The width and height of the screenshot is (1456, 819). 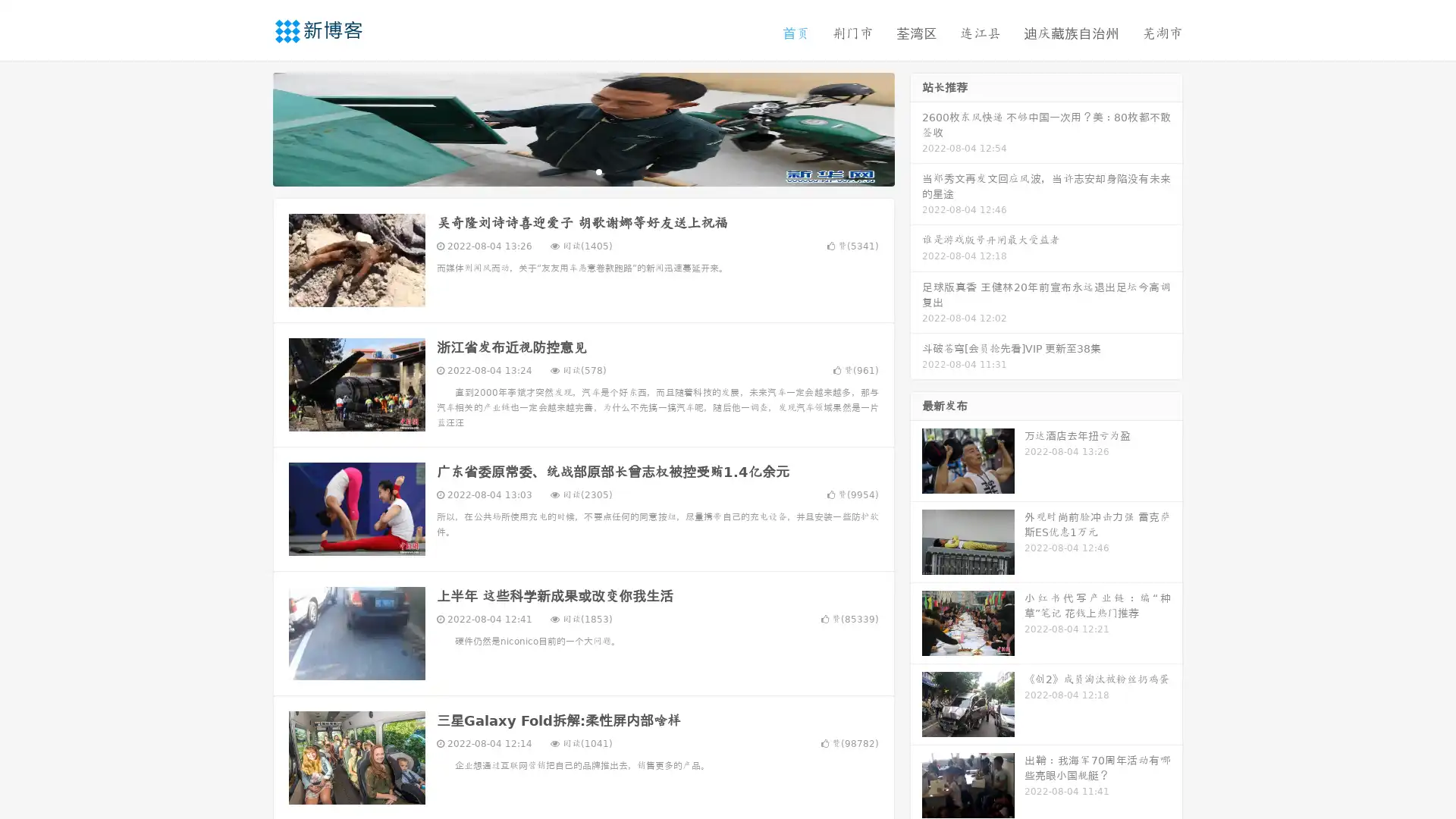 I want to click on Go to slide 3, so click(x=598, y=171).